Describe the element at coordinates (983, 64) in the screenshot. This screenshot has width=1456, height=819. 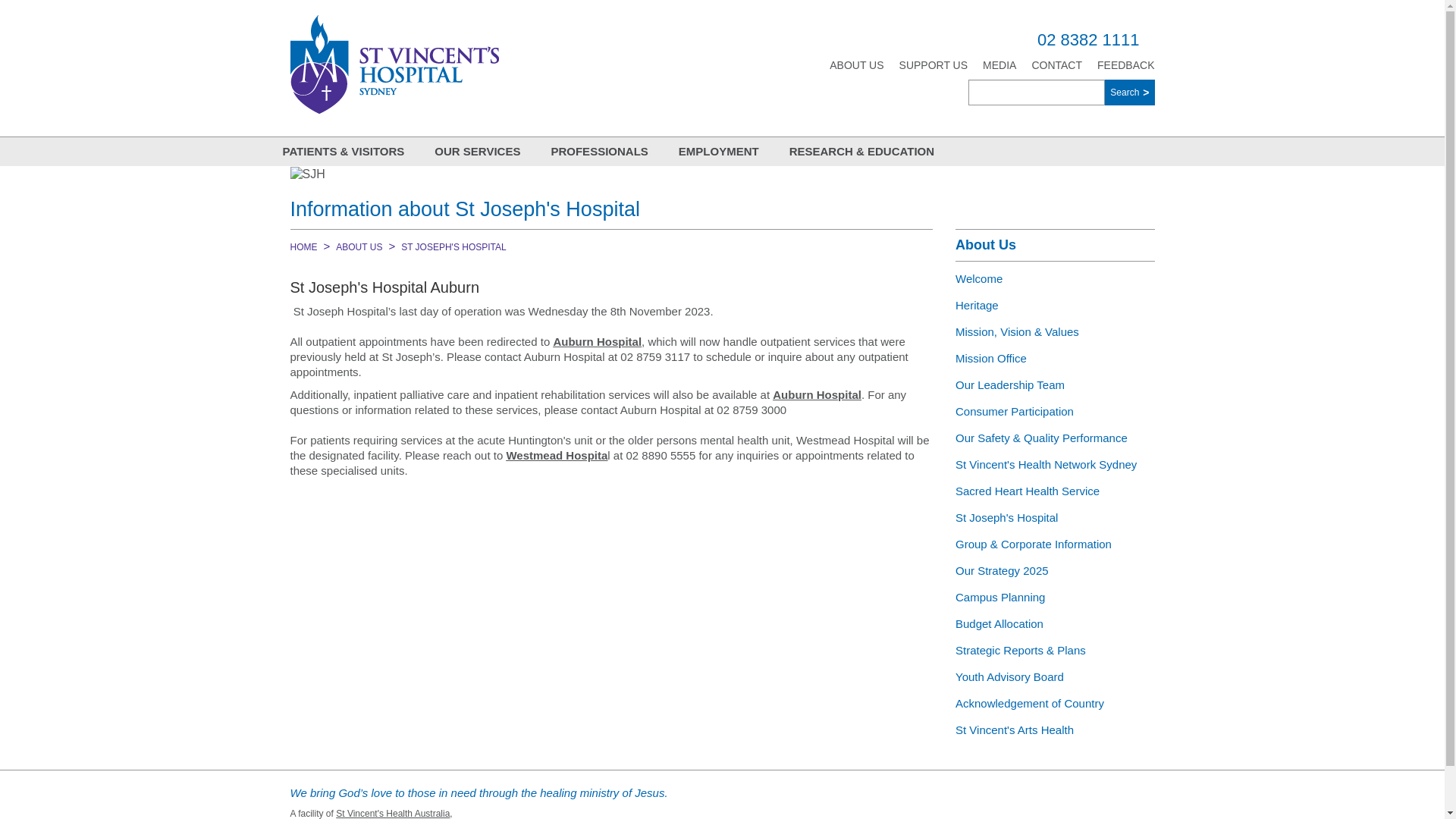
I see `'MEDIA'` at that location.